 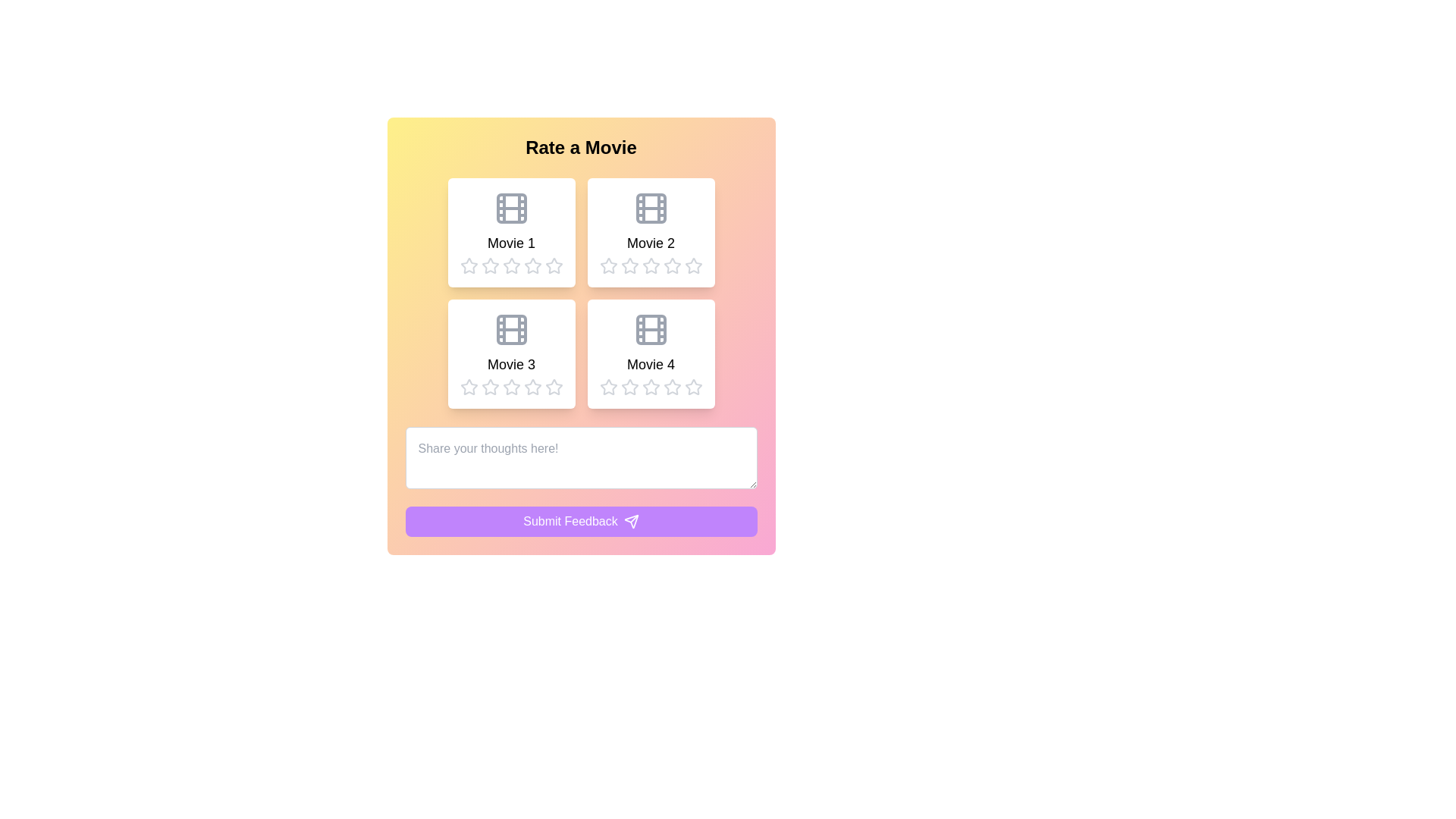 I want to click on the third star in the rating section for 'Movie 3', so click(x=553, y=386).